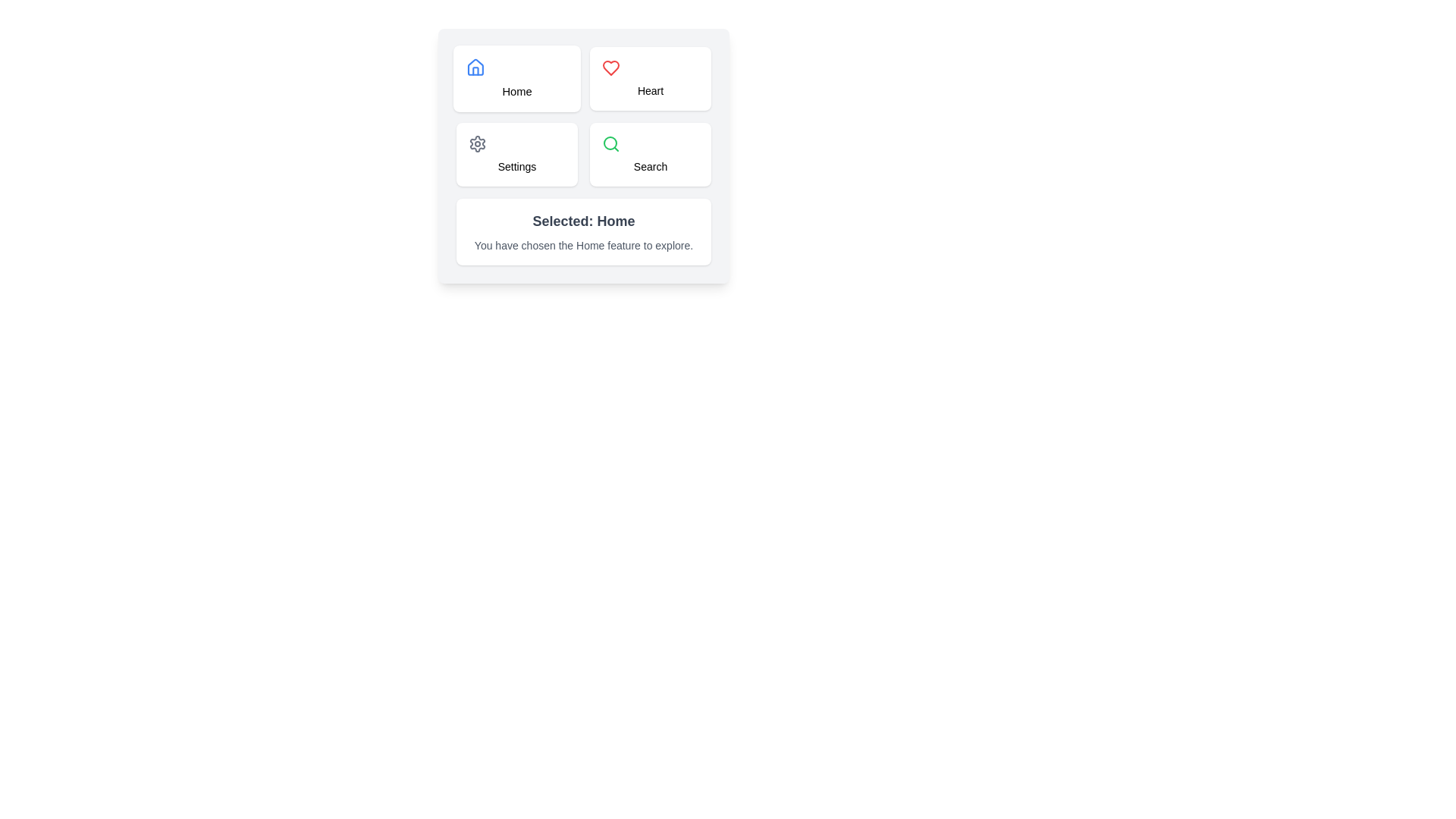  I want to click on the 'Home' navigation button located in the top-left quadrant of the grid layout, so click(516, 79).